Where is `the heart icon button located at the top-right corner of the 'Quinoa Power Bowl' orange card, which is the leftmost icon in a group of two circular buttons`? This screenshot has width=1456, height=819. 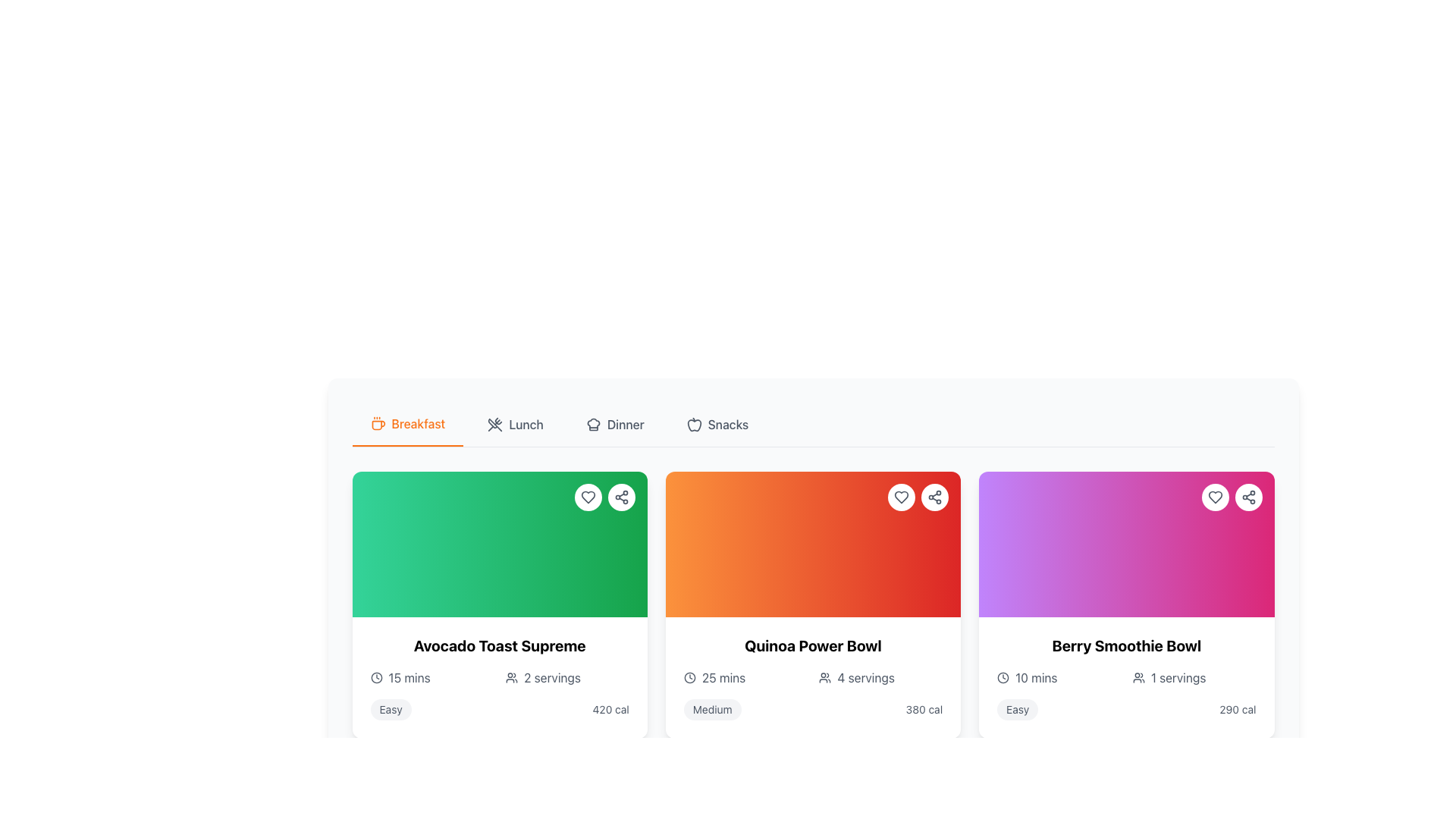 the heart icon button located at the top-right corner of the 'Quinoa Power Bowl' orange card, which is the leftmost icon in a group of two circular buttons is located at coordinates (902, 497).